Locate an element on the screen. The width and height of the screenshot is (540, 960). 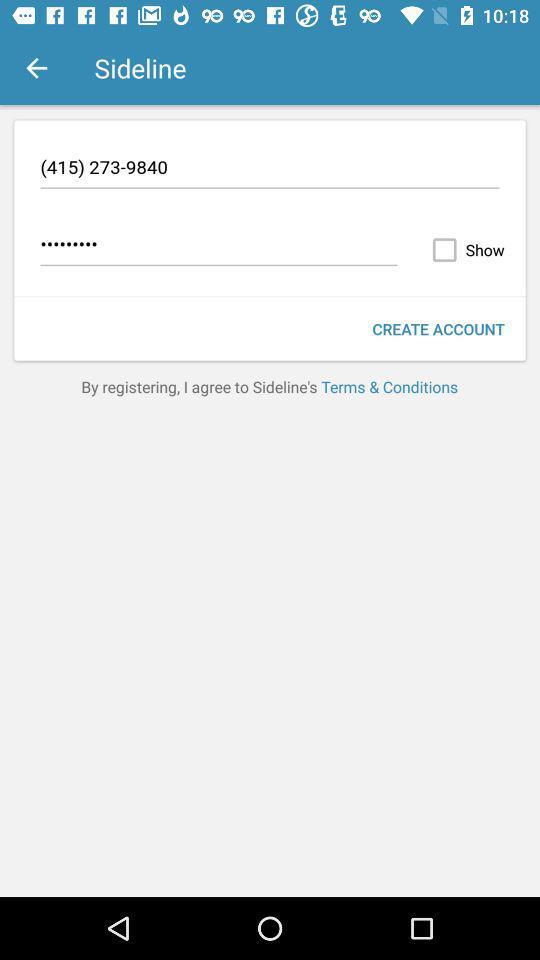
item below (415) 273-9840 is located at coordinates (464, 249).